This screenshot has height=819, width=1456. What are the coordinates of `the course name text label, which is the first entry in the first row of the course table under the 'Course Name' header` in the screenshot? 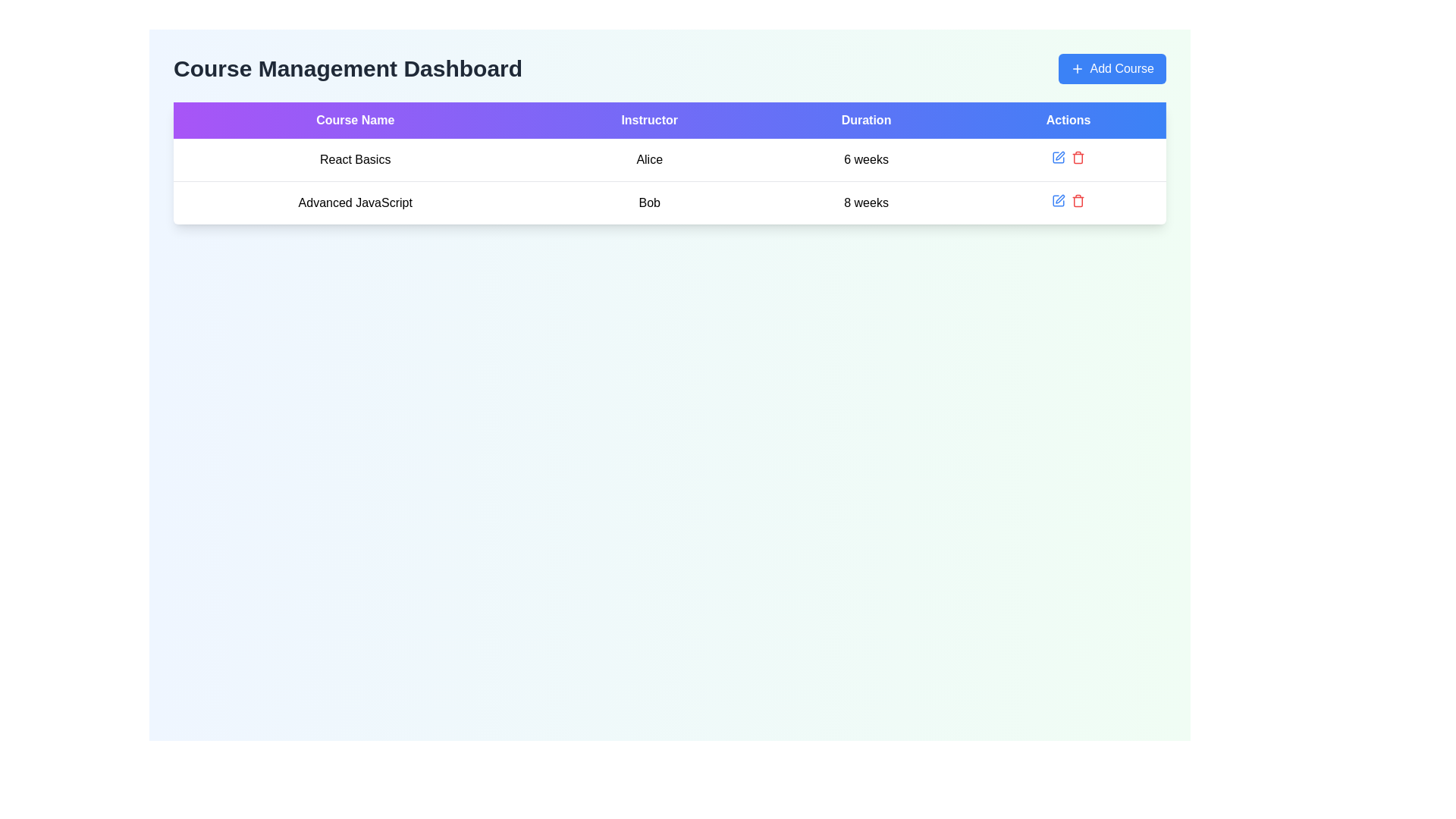 It's located at (354, 160).